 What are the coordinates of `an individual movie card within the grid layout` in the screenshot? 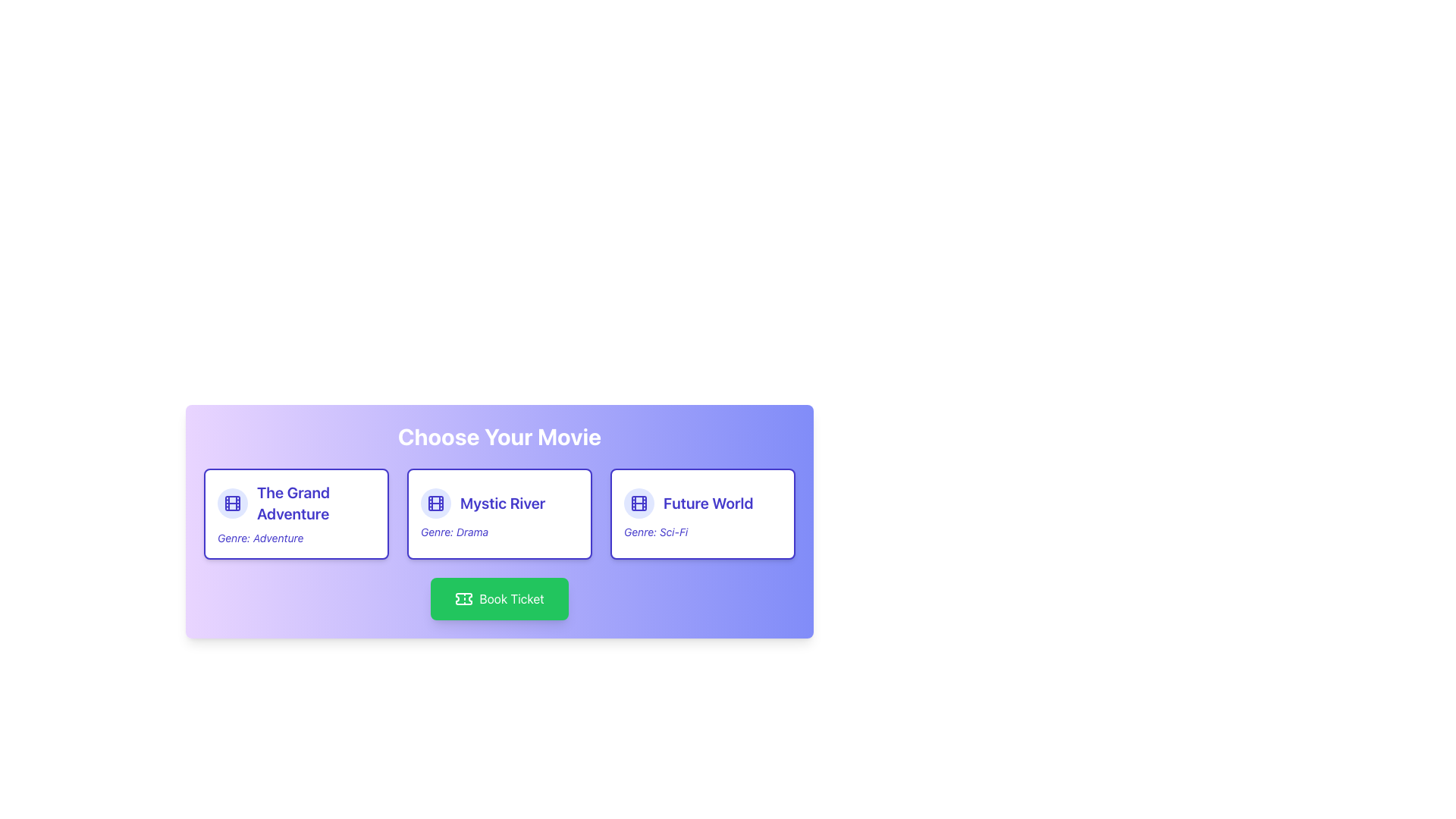 It's located at (499, 513).